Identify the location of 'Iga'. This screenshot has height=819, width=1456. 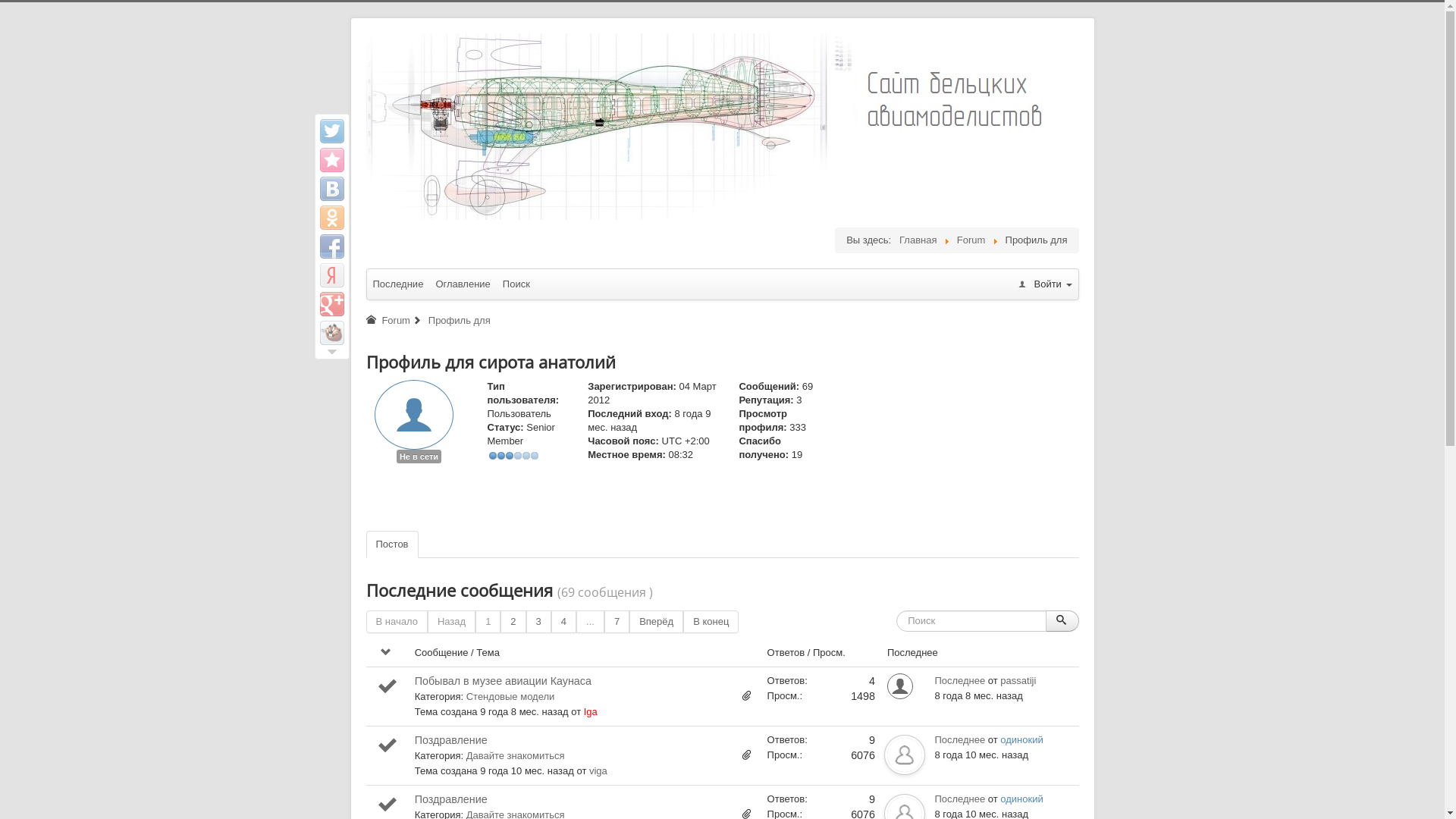
(589, 711).